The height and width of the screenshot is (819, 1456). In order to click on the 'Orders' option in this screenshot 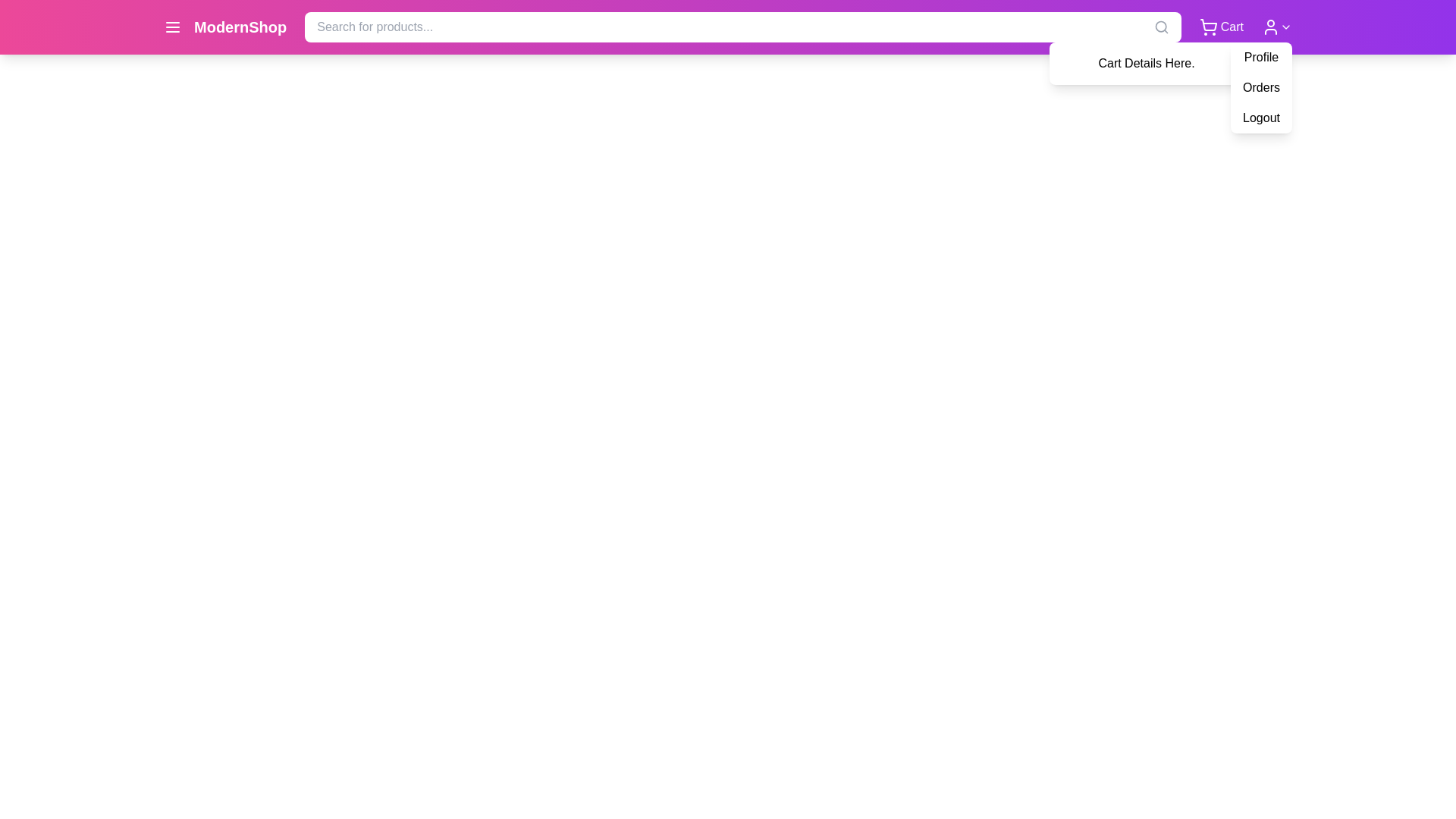, I will do `click(1260, 87)`.